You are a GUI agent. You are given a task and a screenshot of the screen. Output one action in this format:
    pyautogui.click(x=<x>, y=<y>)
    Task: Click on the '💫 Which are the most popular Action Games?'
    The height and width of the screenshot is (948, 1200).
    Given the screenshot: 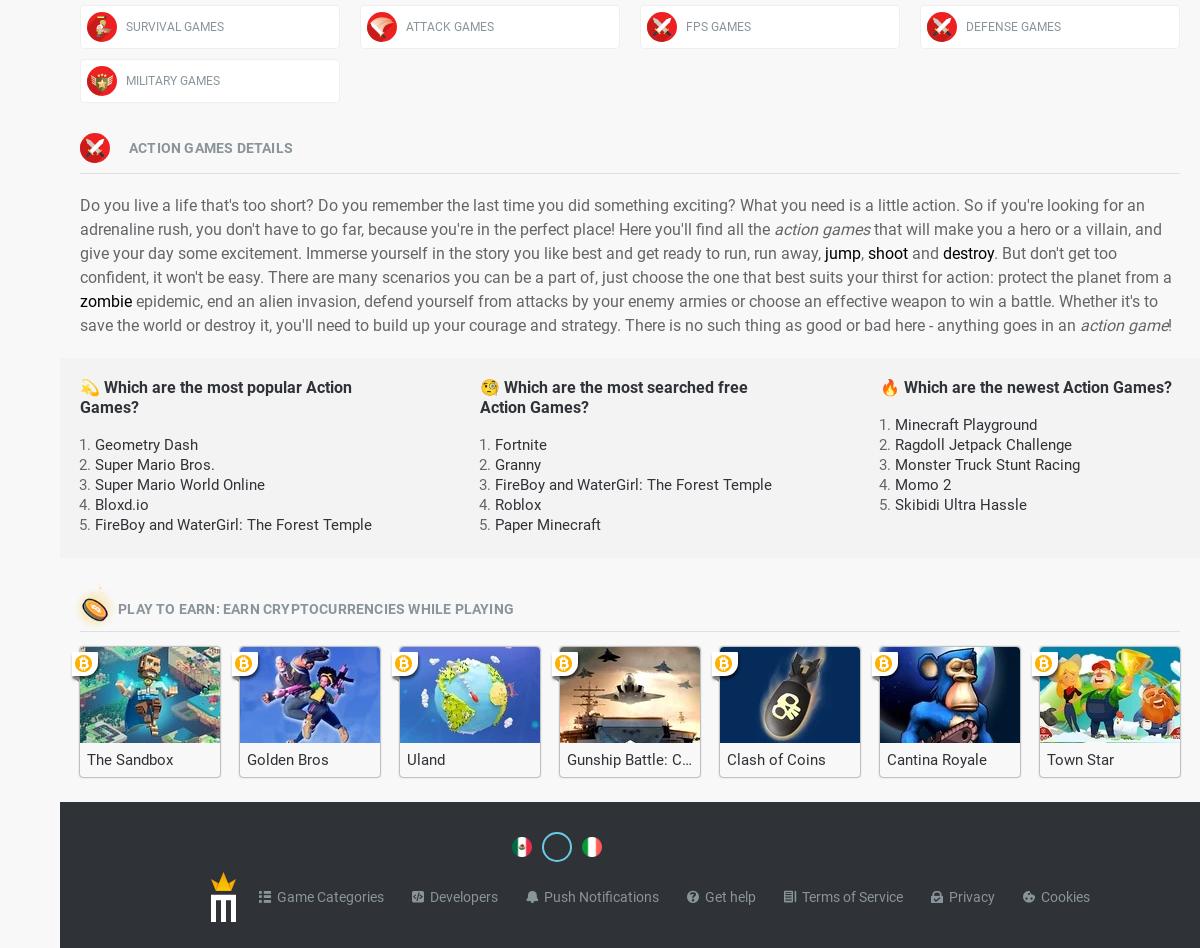 What is the action you would take?
    pyautogui.click(x=215, y=396)
    